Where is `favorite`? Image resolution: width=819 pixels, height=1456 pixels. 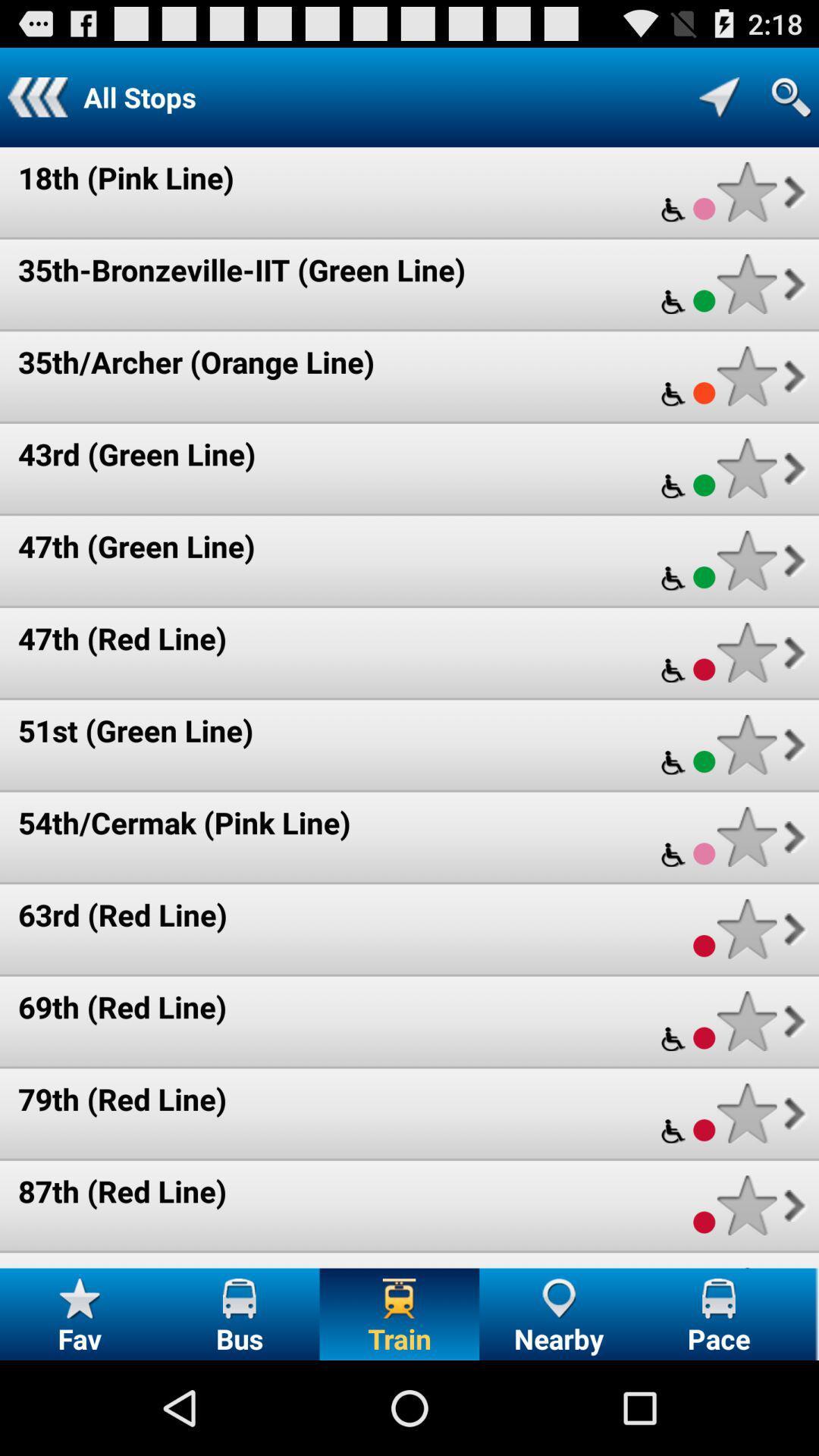 favorite is located at coordinates (746, 560).